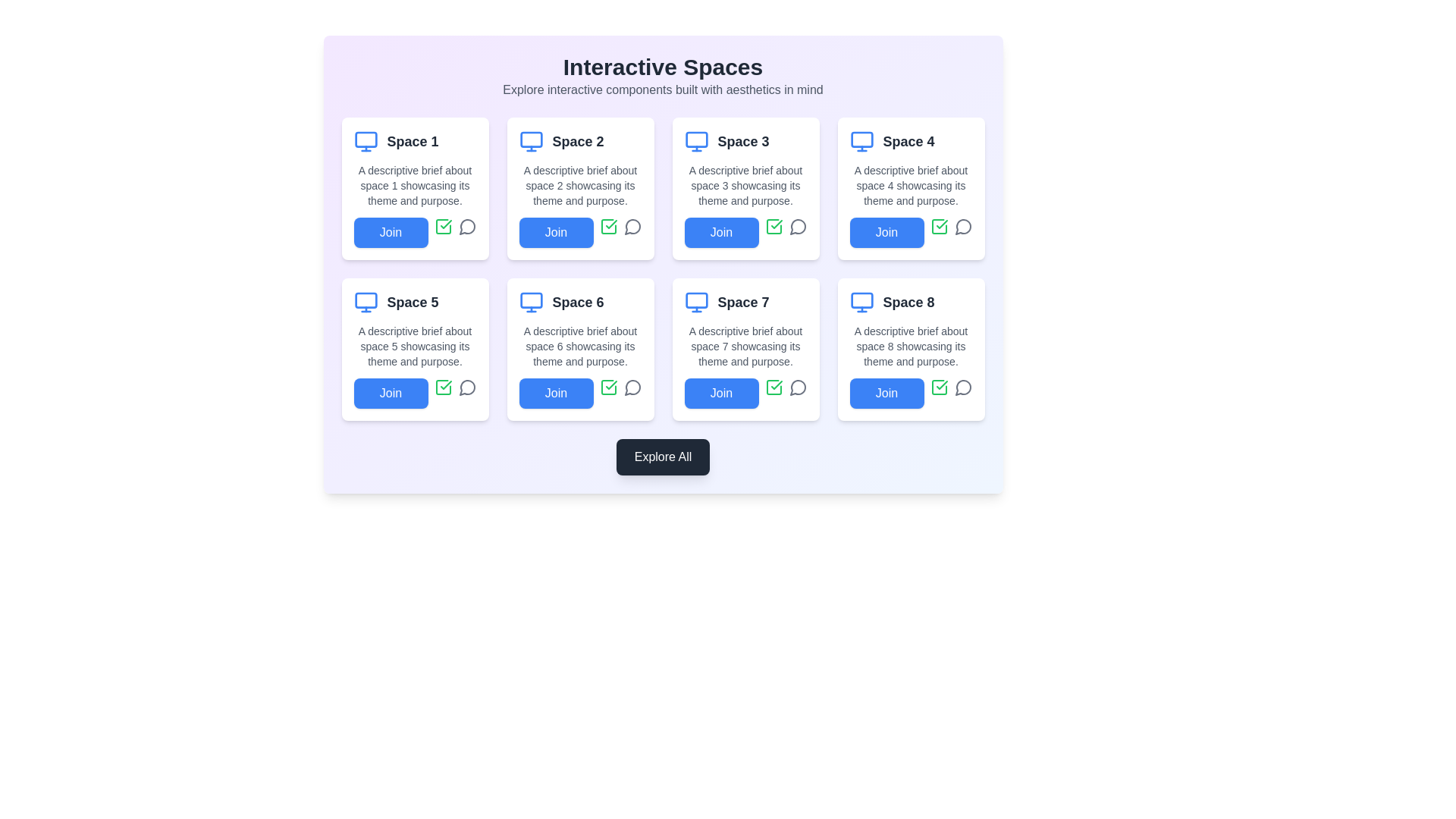  What do you see at coordinates (861, 300) in the screenshot?
I see `the rectangle within the monitor icon of the card labeled 'Space 8', which is located in the second row, fourth column of the grid` at bounding box center [861, 300].